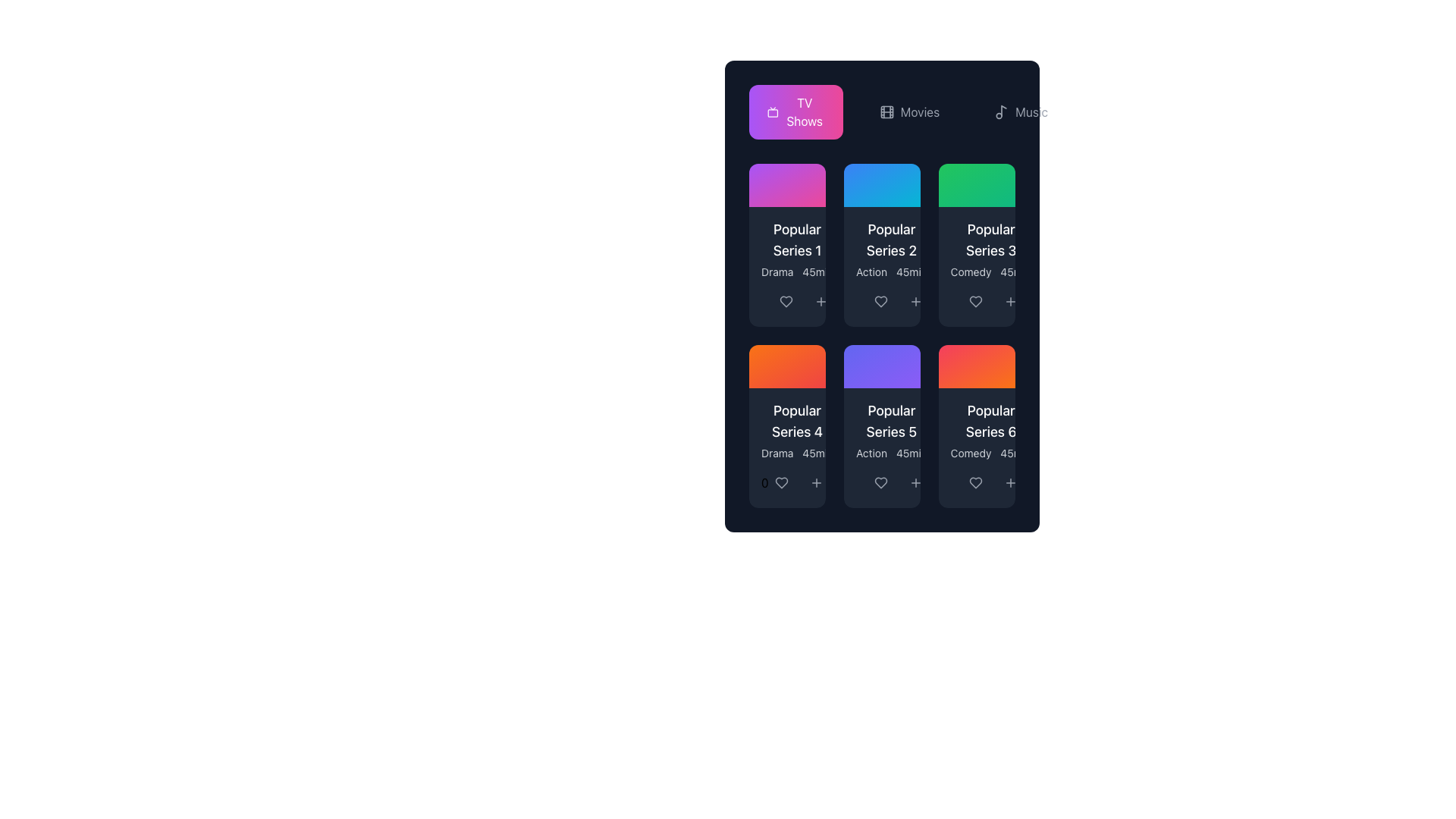  Describe the element at coordinates (787, 301) in the screenshot. I see `the like button/icon located under the 'Drama 45min' text within the 'Popular Series 1' card to favorite the series` at that location.